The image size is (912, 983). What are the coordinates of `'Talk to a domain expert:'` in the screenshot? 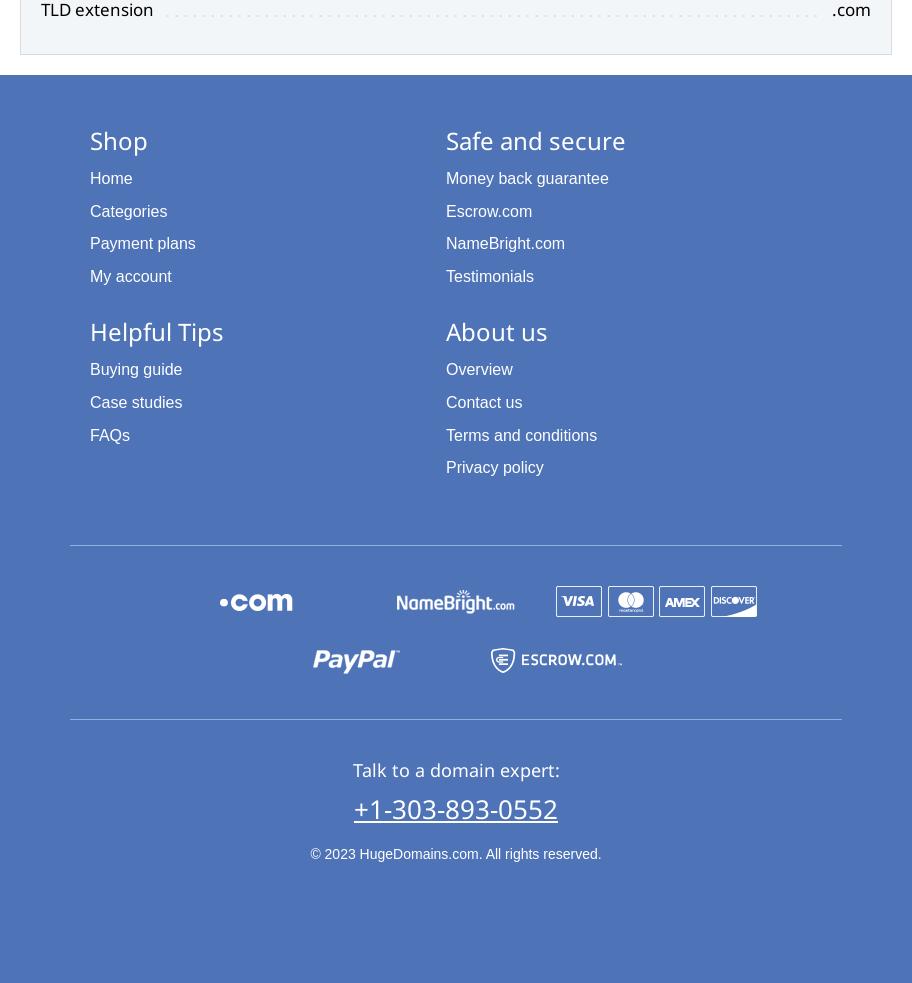 It's located at (454, 768).